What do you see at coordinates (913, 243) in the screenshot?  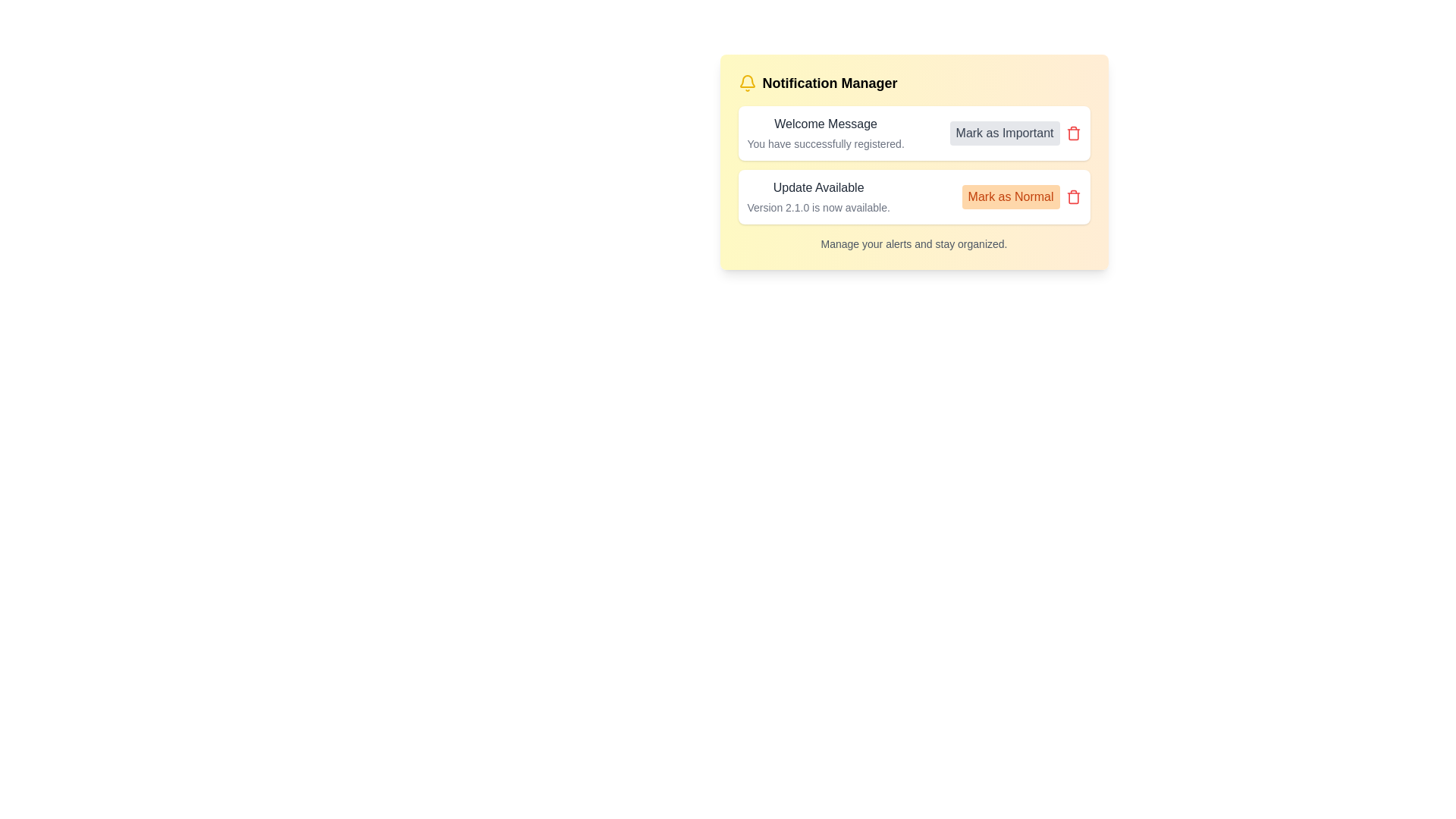 I see `text label that says 'Manage your alerts and stay organized.' located below the 'Update Available' section in the Notification Manager component` at bounding box center [913, 243].